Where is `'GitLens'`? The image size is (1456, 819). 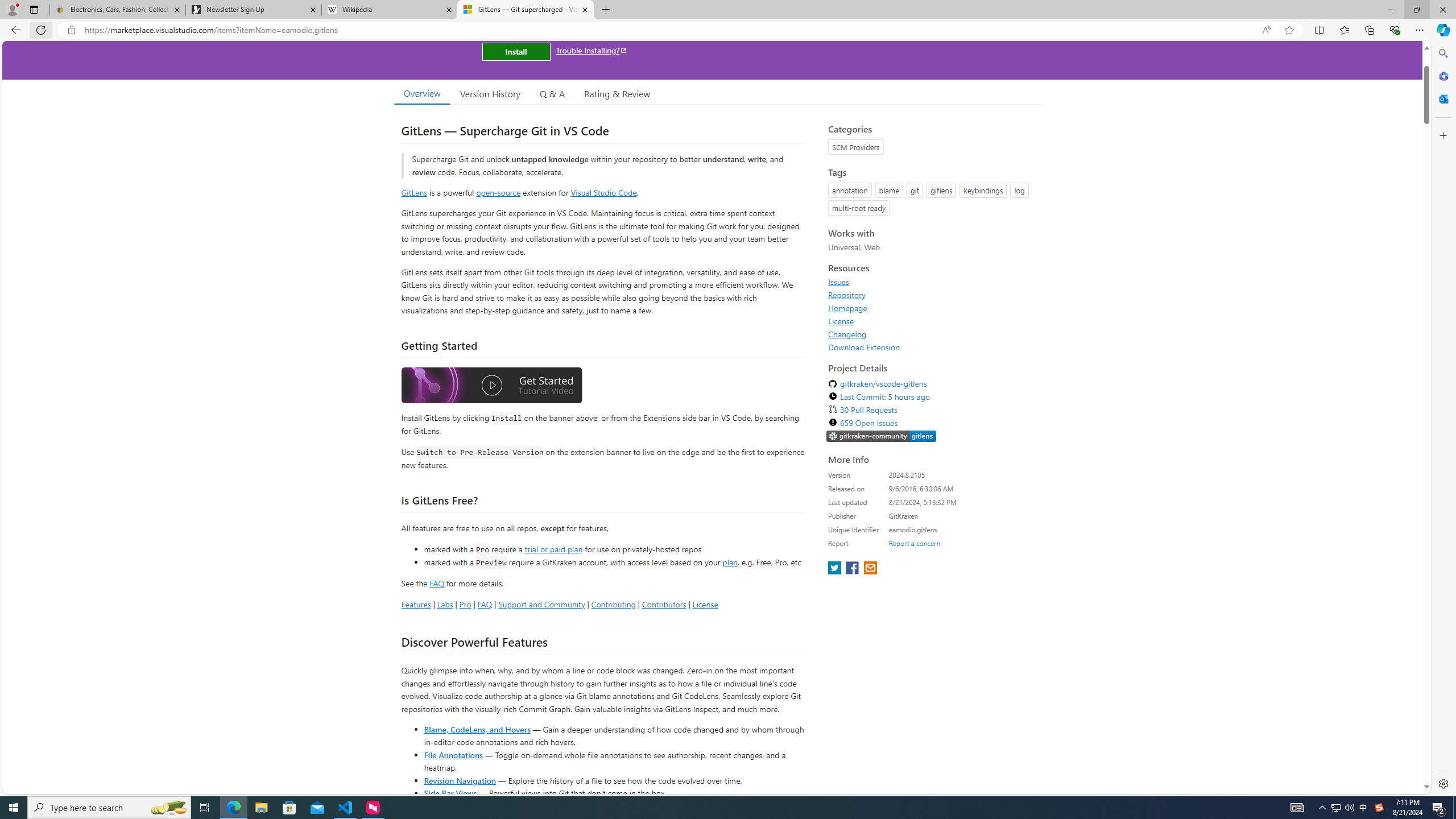 'GitLens' is located at coordinates (413, 192).